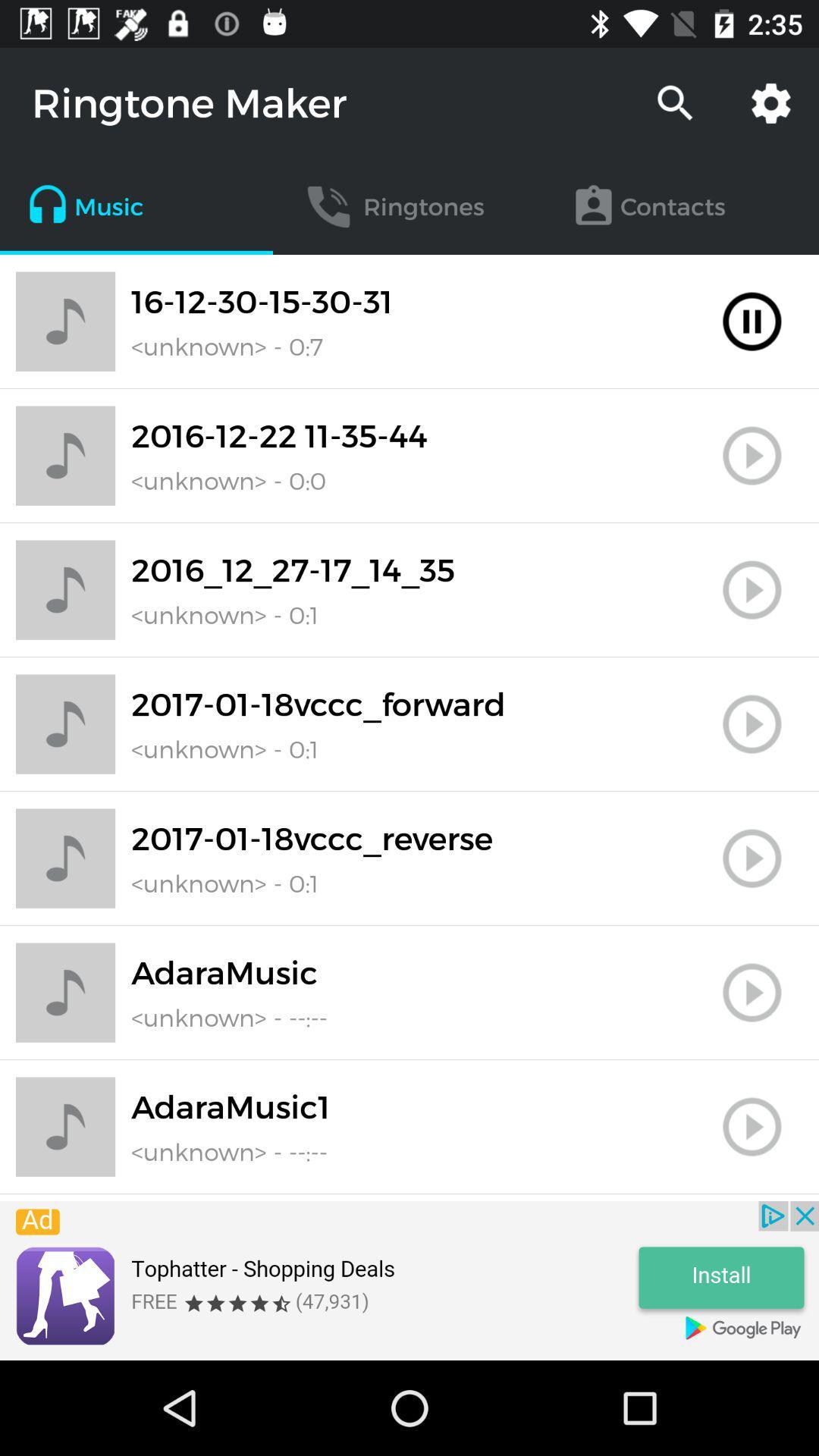 The height and width of the screenshot is (1456, 819). What do you see at coordinates (752, 455) in the screenshot?
I see `a playlist` at bounding box center [752, 455].